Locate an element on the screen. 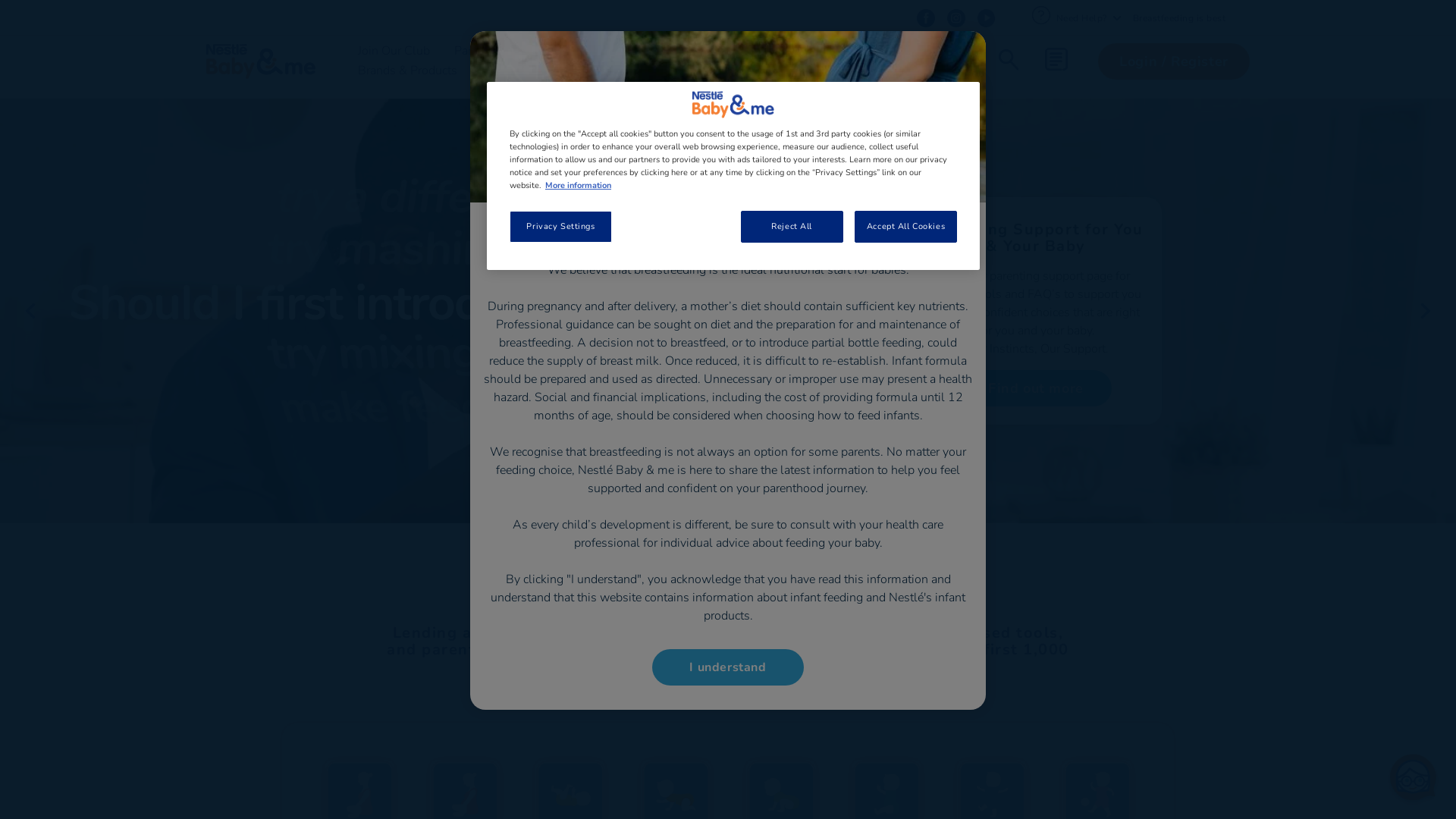 The image size is (1456, 819). '4' is located at coordinates (739, 547).